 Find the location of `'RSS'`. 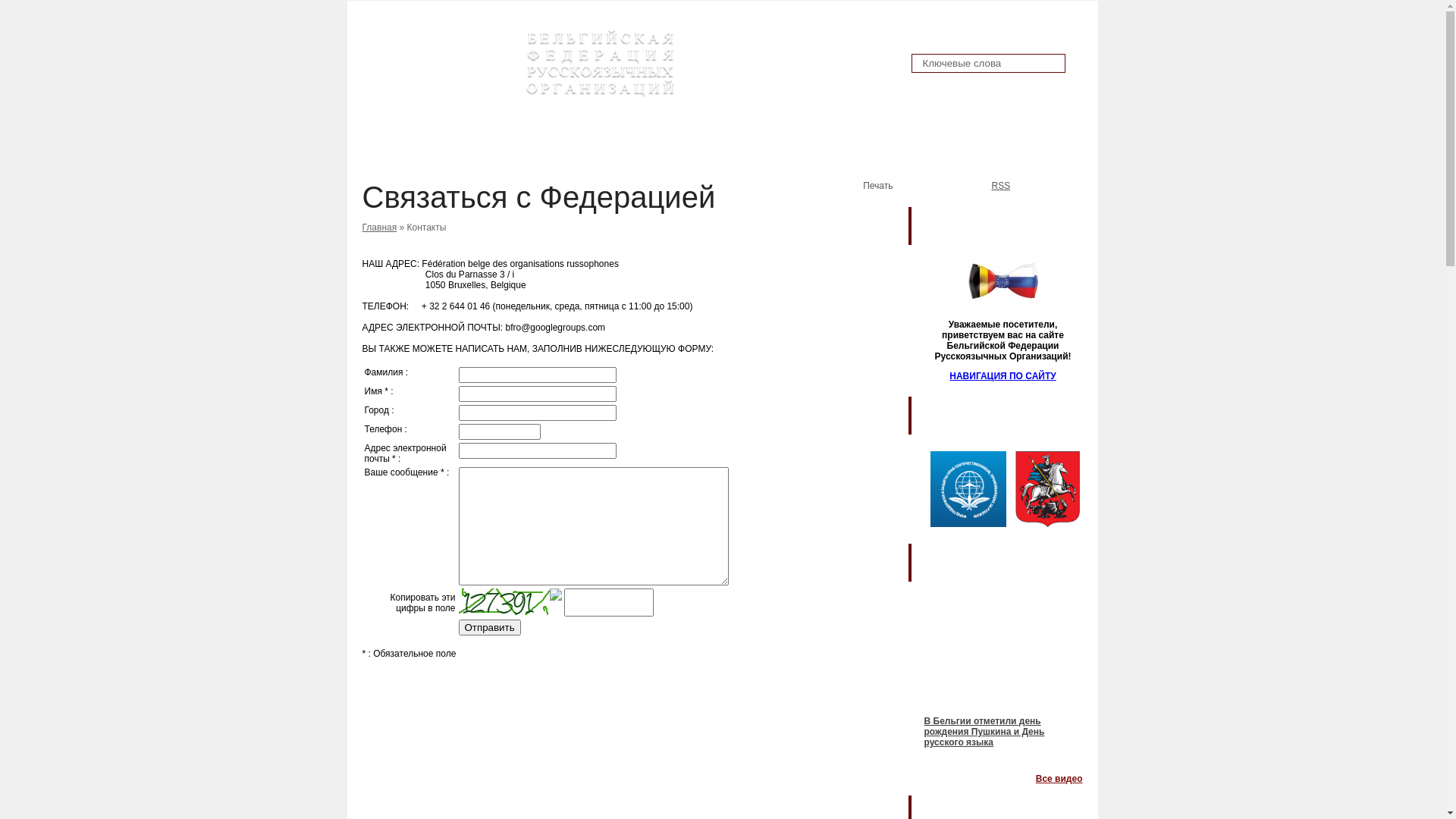

'RSS' is located at coordinates (975, 187).